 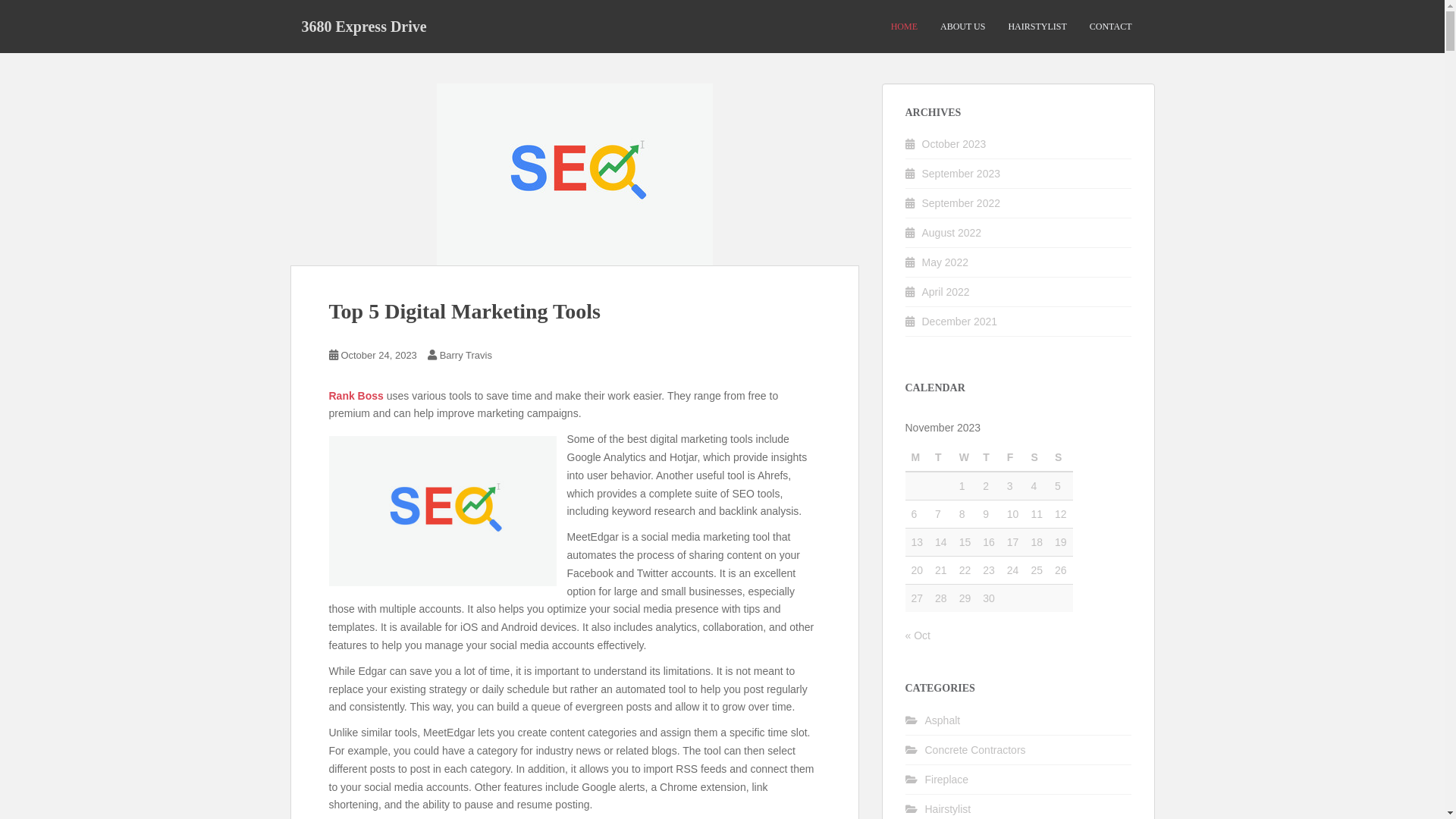 I want to click on 'August 2022', so click(x=951, y=233).